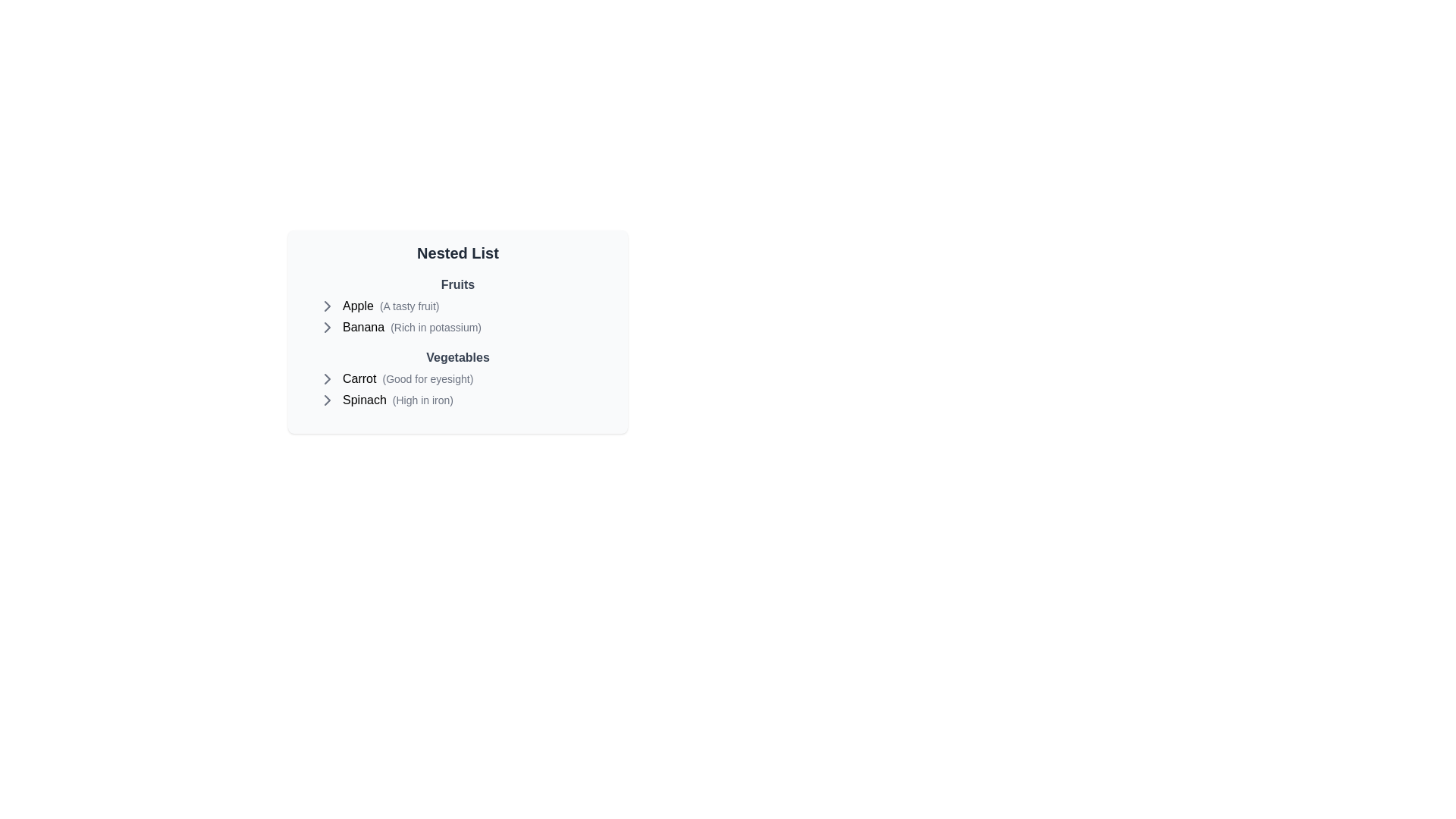  I want to click on the text of the item Apple, so click(357, 306).